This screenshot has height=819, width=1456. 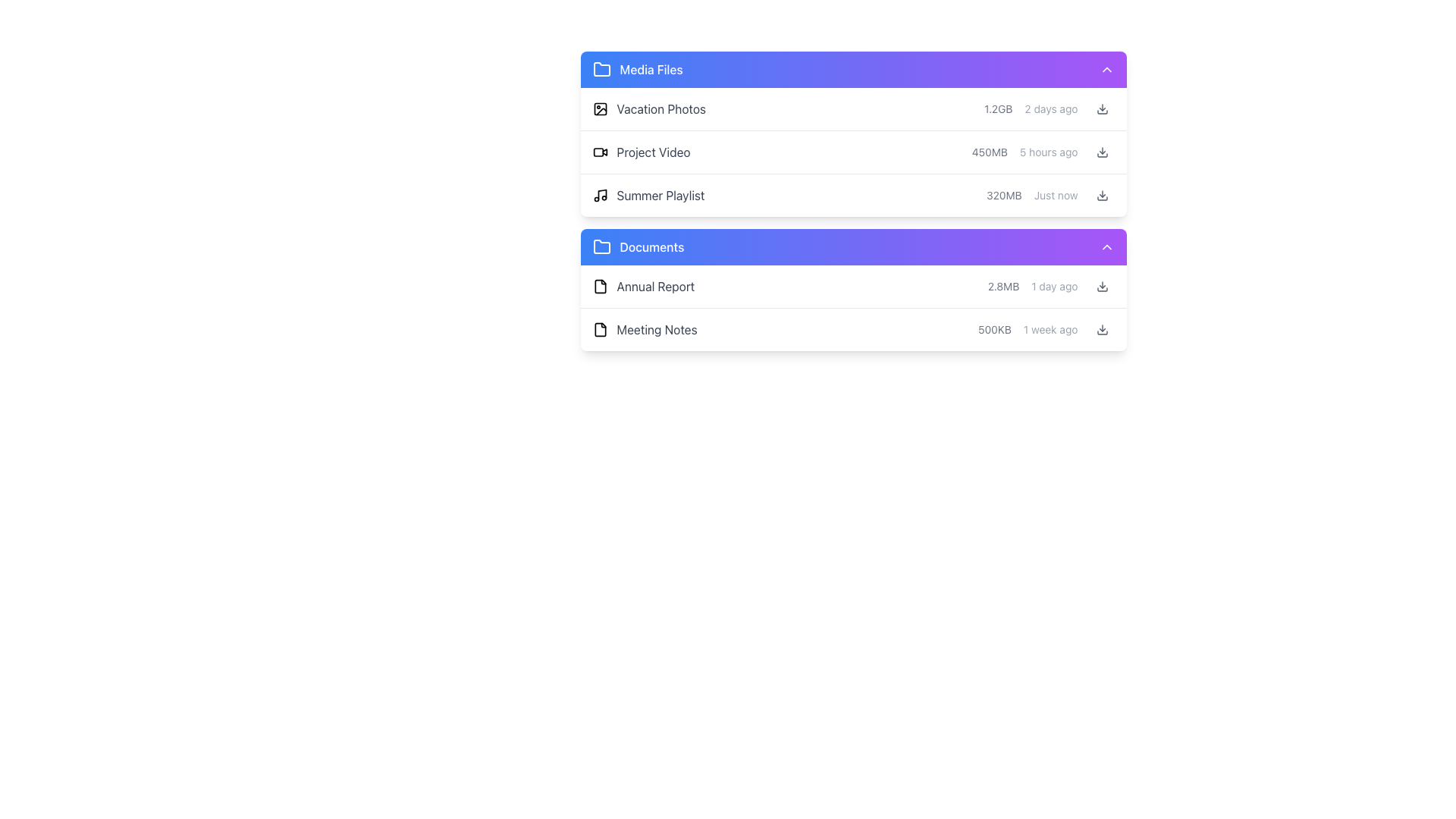 What do you see at coordinates (1102, 287) in the screenshot?
I see `the circular download button with a light background and an arrow icon in the center, located on the far right within the row for the 'Annual Report' in the 'Documents' section, to initiate the file download` at bounding box center [1102, 287].